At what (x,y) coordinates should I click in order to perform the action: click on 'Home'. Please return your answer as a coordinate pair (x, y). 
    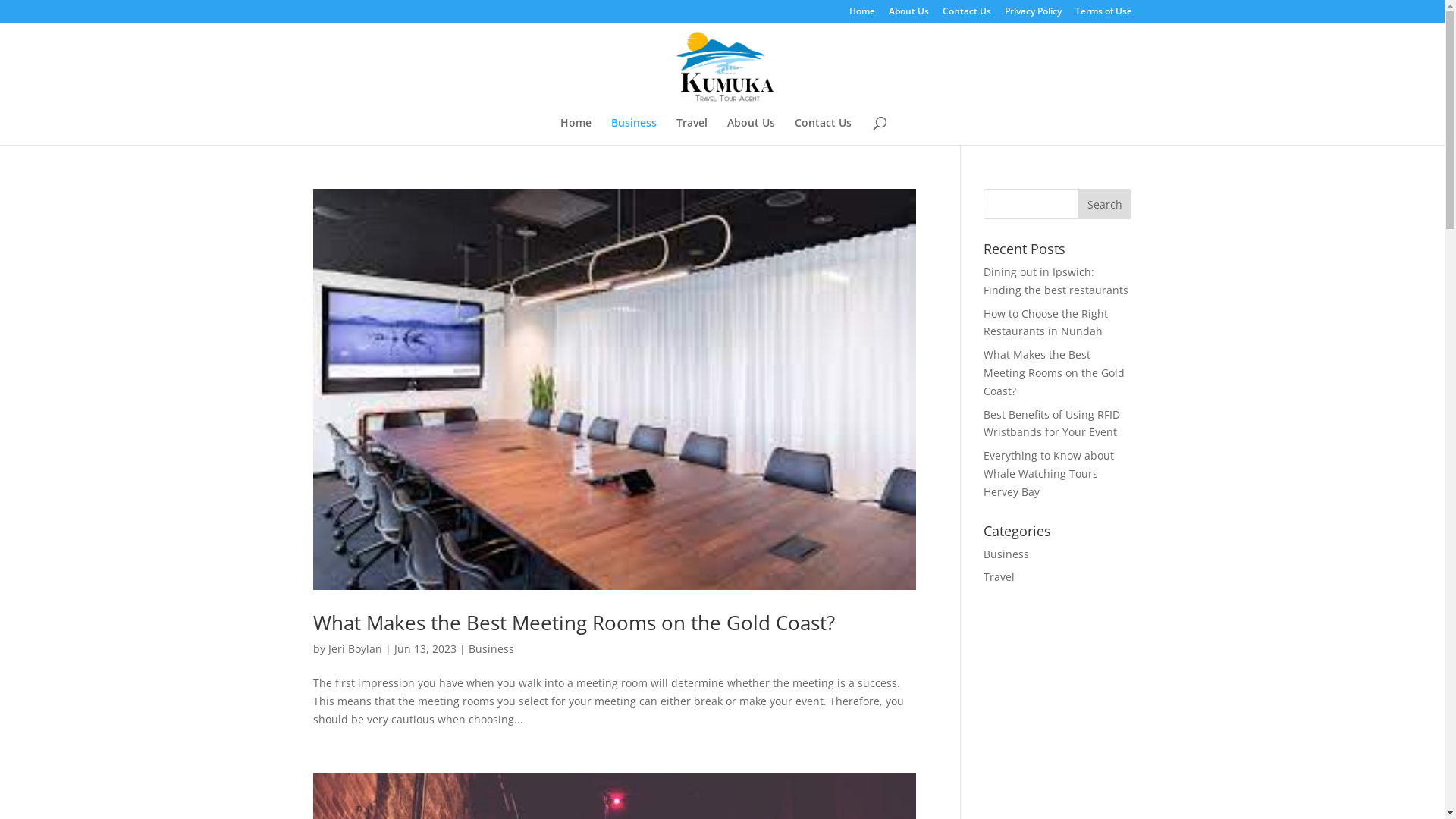
    Looking at the image, I should click on (862, 14).